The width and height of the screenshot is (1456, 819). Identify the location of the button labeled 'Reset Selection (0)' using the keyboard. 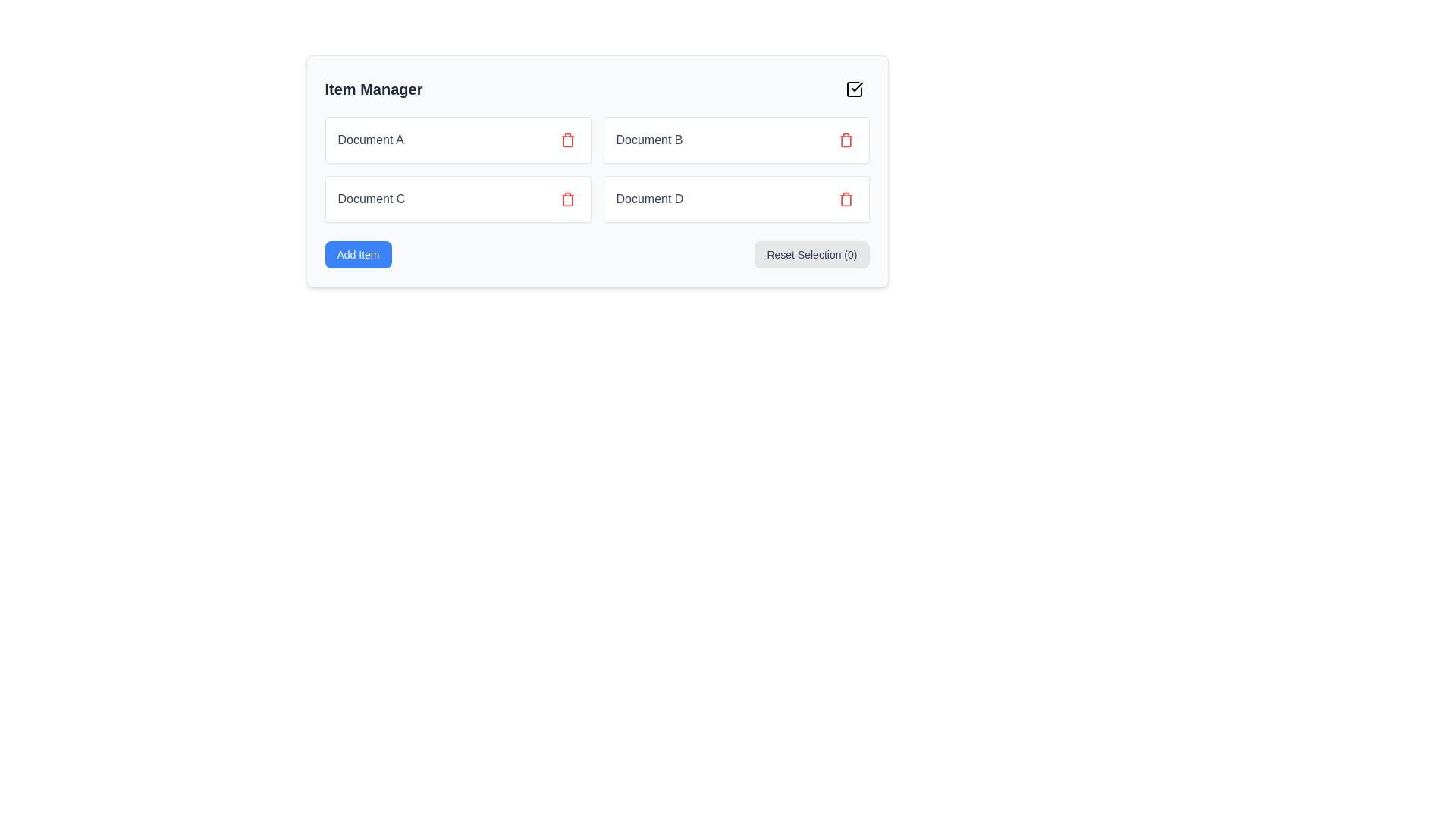
(811, 253).